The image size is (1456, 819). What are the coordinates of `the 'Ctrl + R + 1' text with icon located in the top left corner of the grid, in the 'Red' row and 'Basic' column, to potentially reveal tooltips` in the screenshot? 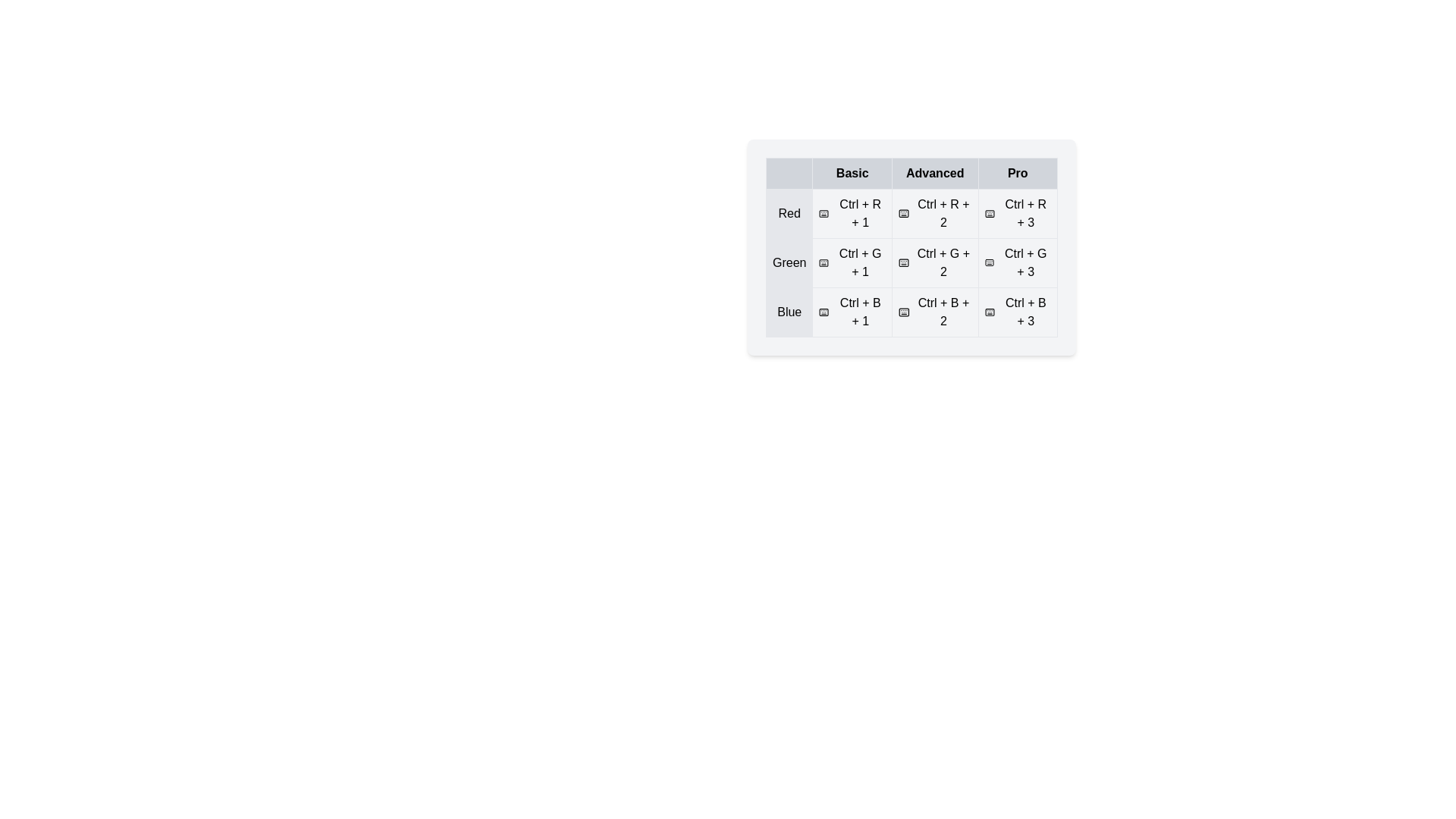 It's located at (852, 213).